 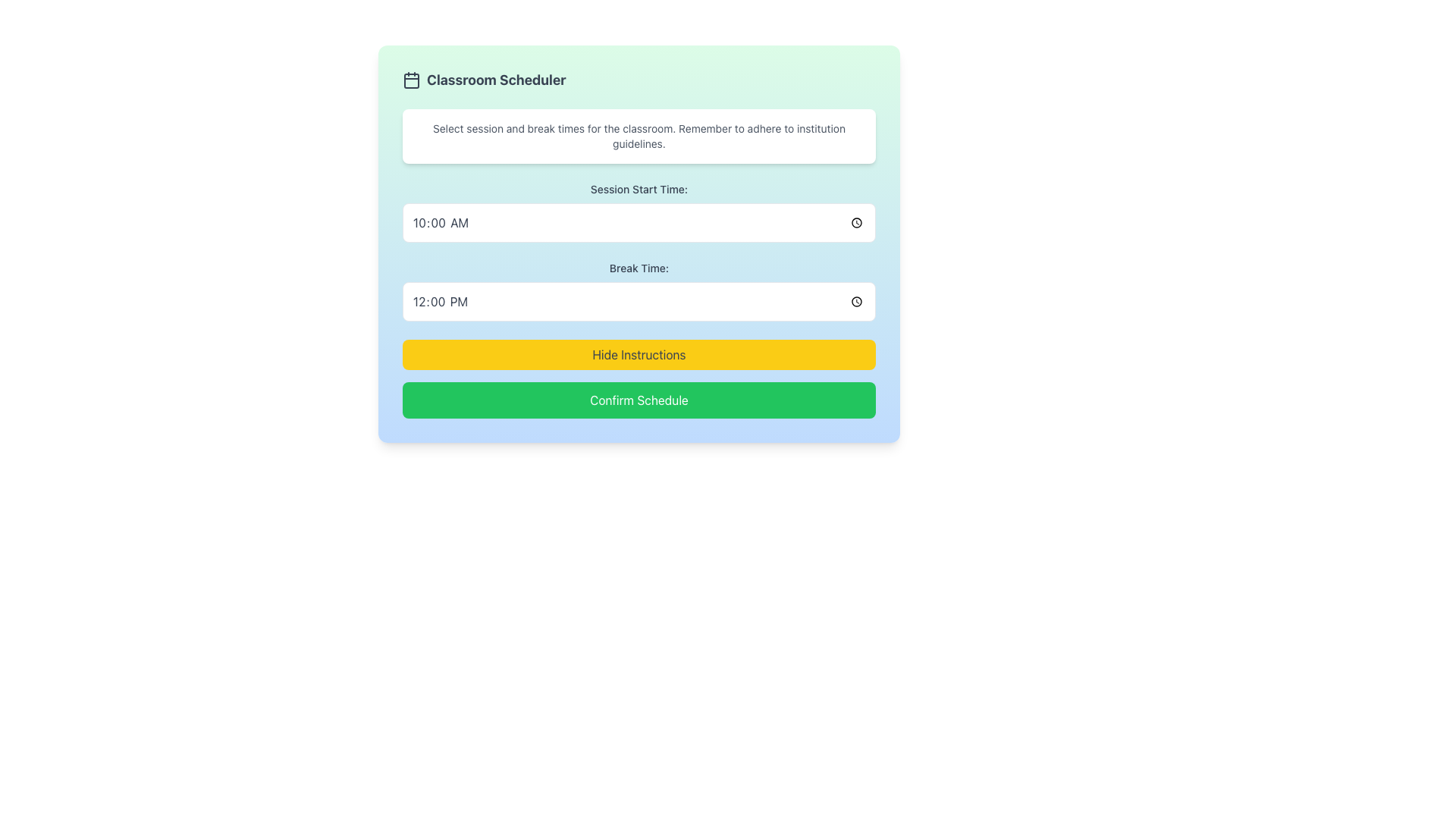 What do you see at coordinates (639, 268) in the screenshot?
I see `text label displaying 'Break Time:' which is a small, gray-colored text element located above the input field for break time` at bounding box center [639, 268].